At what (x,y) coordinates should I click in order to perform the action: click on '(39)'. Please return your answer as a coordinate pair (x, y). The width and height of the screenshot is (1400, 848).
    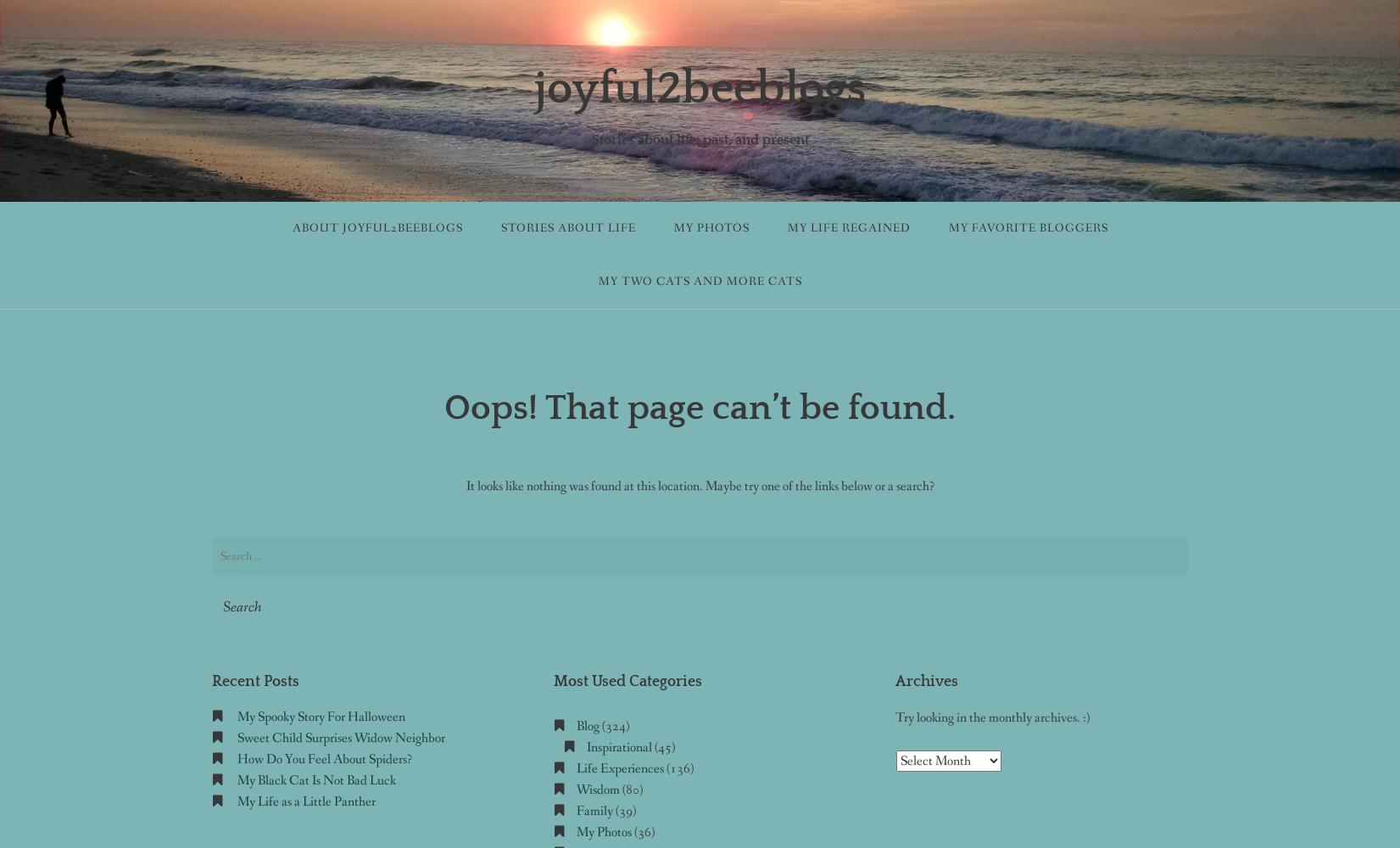
    Looking at the image, I should click on (623, 810).